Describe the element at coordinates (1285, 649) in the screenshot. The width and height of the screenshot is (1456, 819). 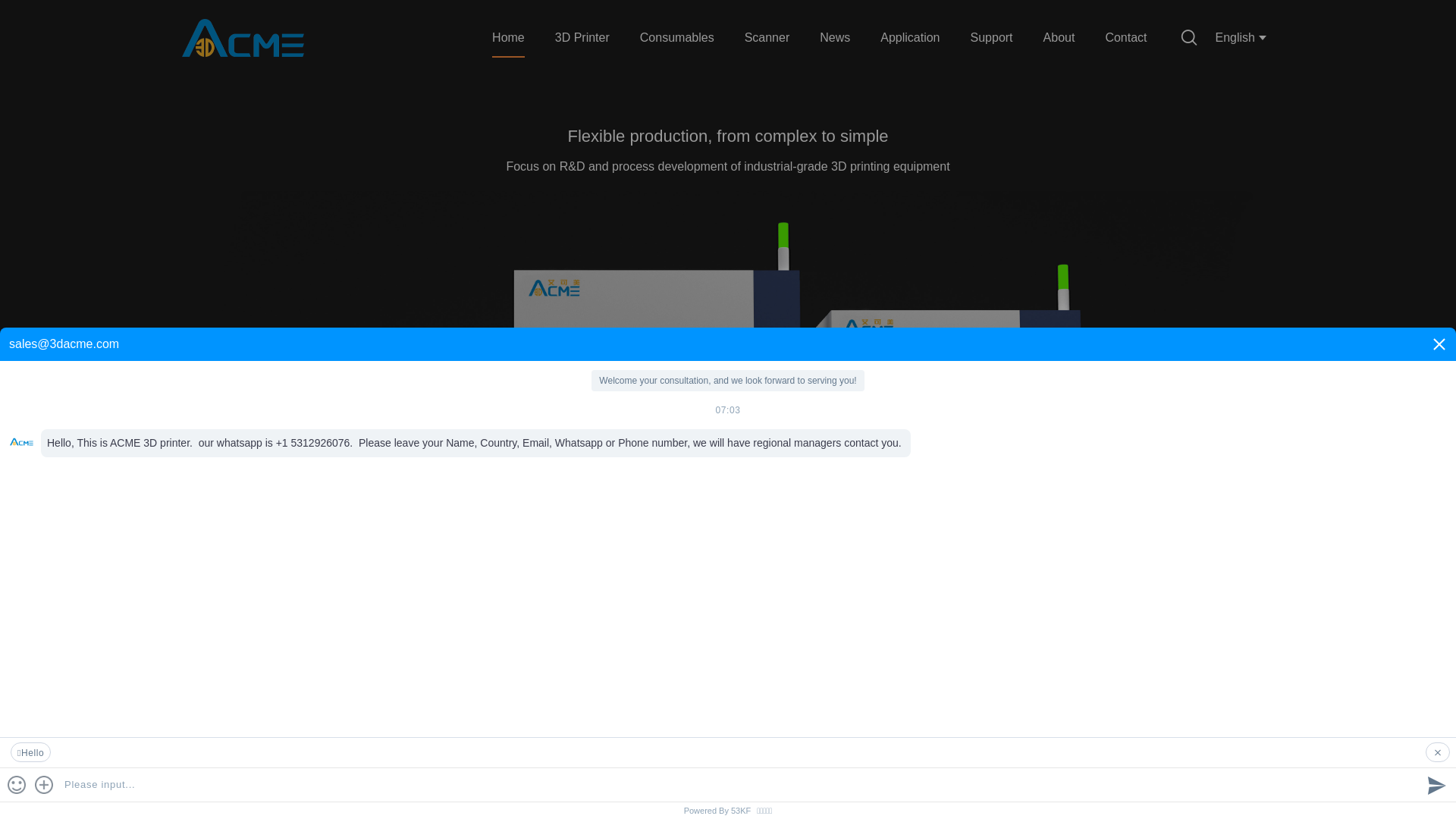
I see `'1'` at that location.